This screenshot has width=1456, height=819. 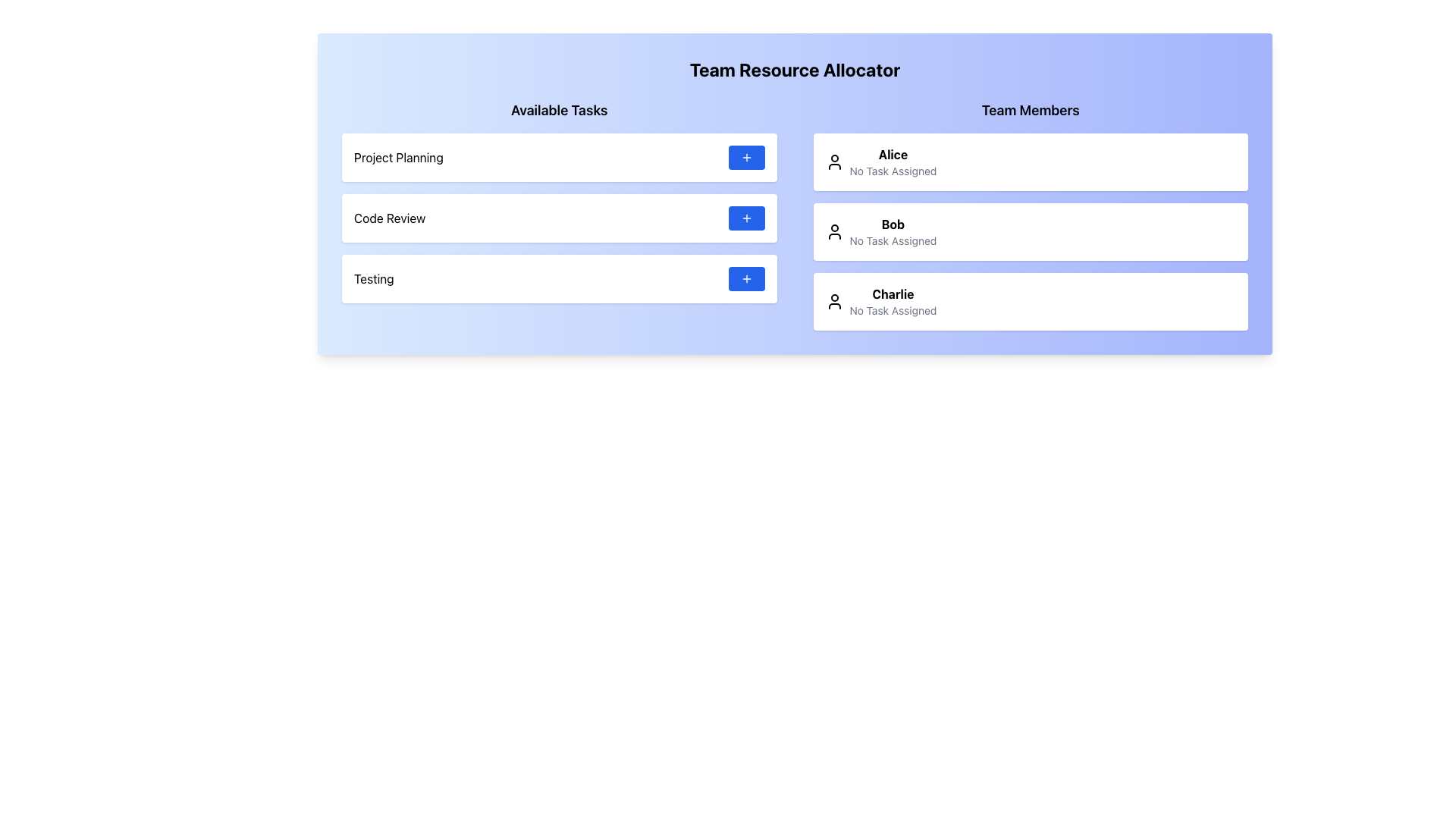 I want to click on the button to the right of the 'Testing' text in the third row of the 'Available Tasks' section, so click(x=746, y=278).